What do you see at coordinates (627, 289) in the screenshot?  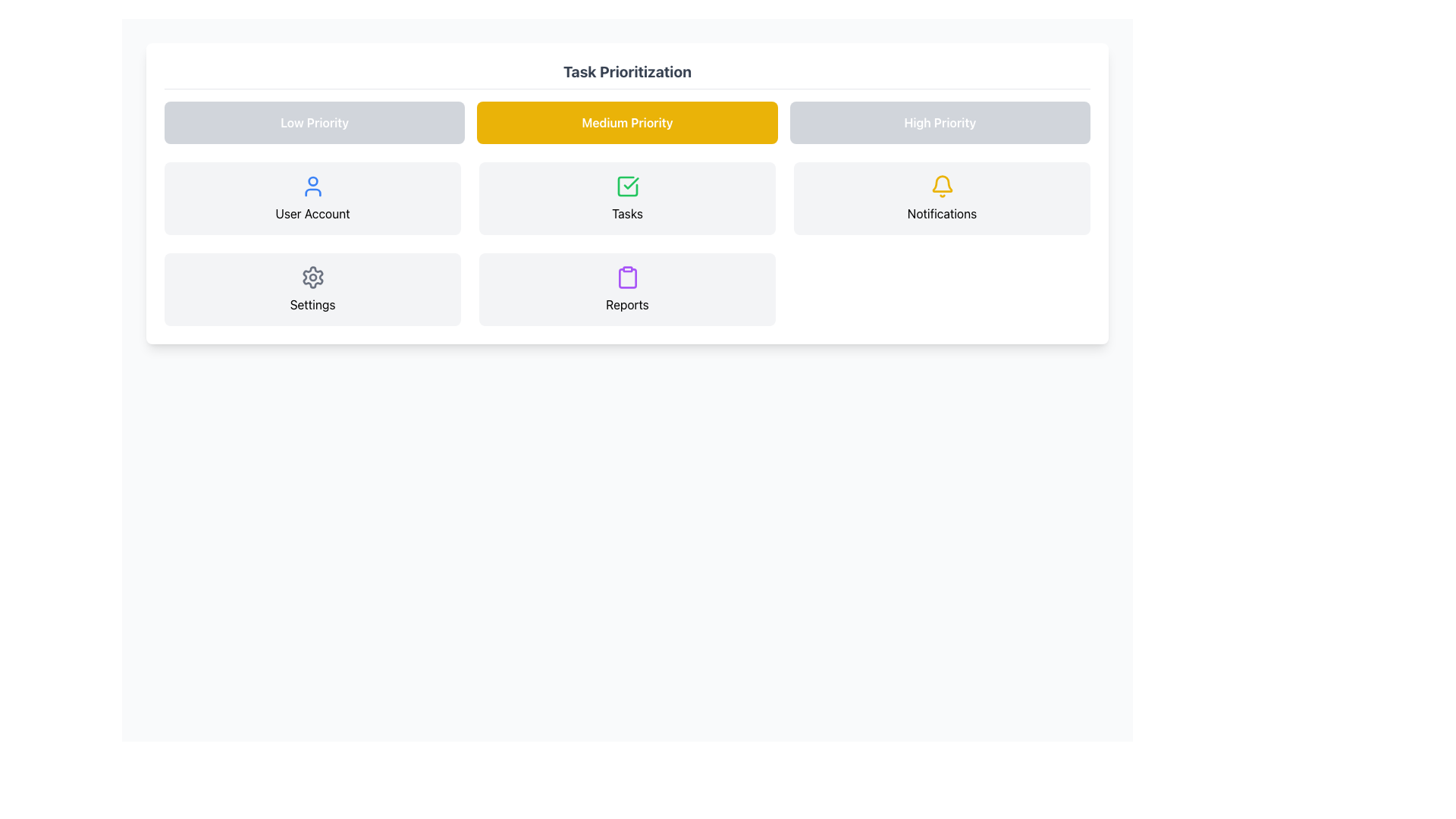 I see `the button located at the bottom-middle position of the grid layout` at bounding box center [627, 289].